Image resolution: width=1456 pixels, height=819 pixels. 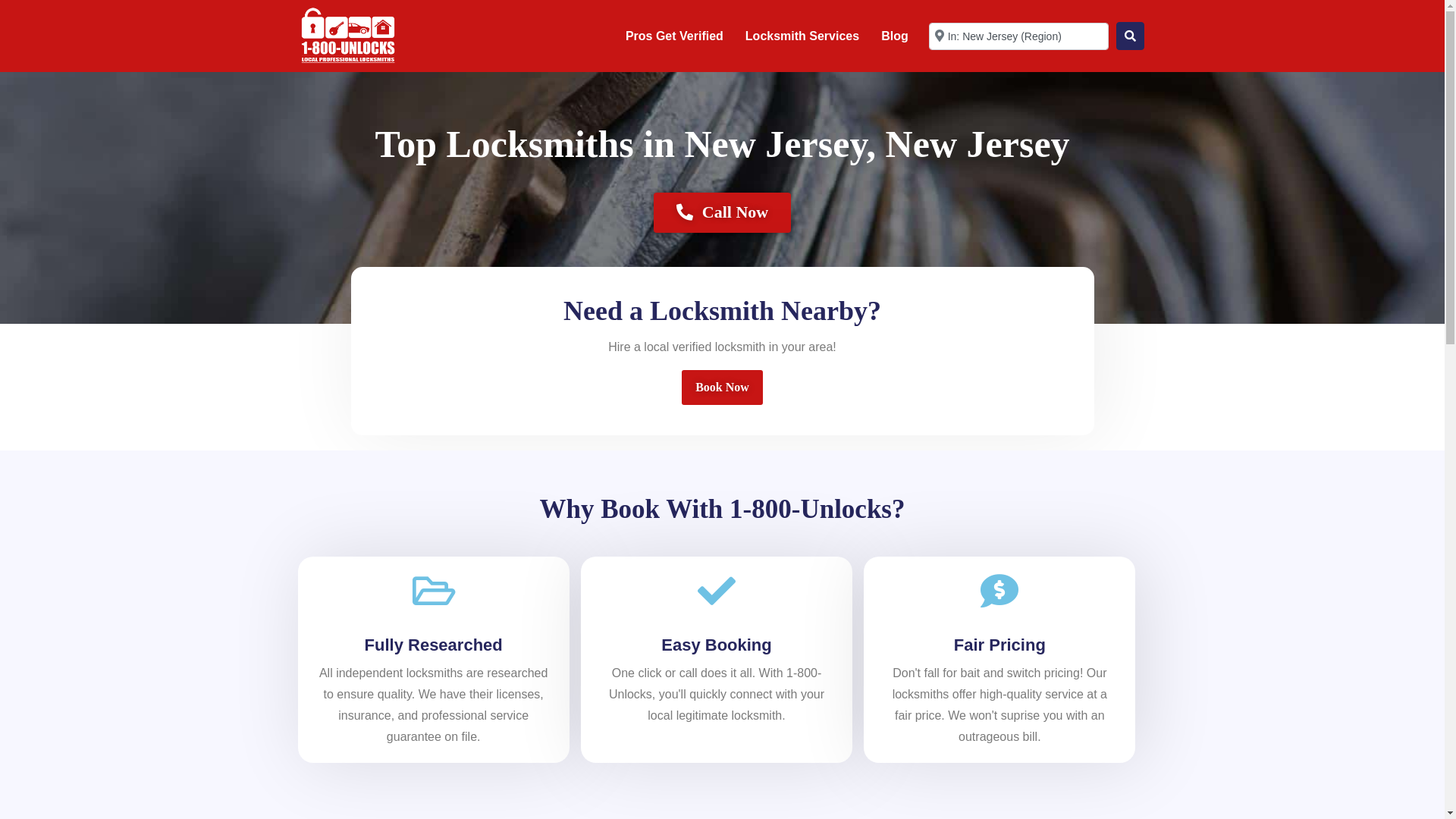 What do you see at coordinates (721, 386) in the screenshot?
I see `'Book Now'` at bounding box center [721, 386].